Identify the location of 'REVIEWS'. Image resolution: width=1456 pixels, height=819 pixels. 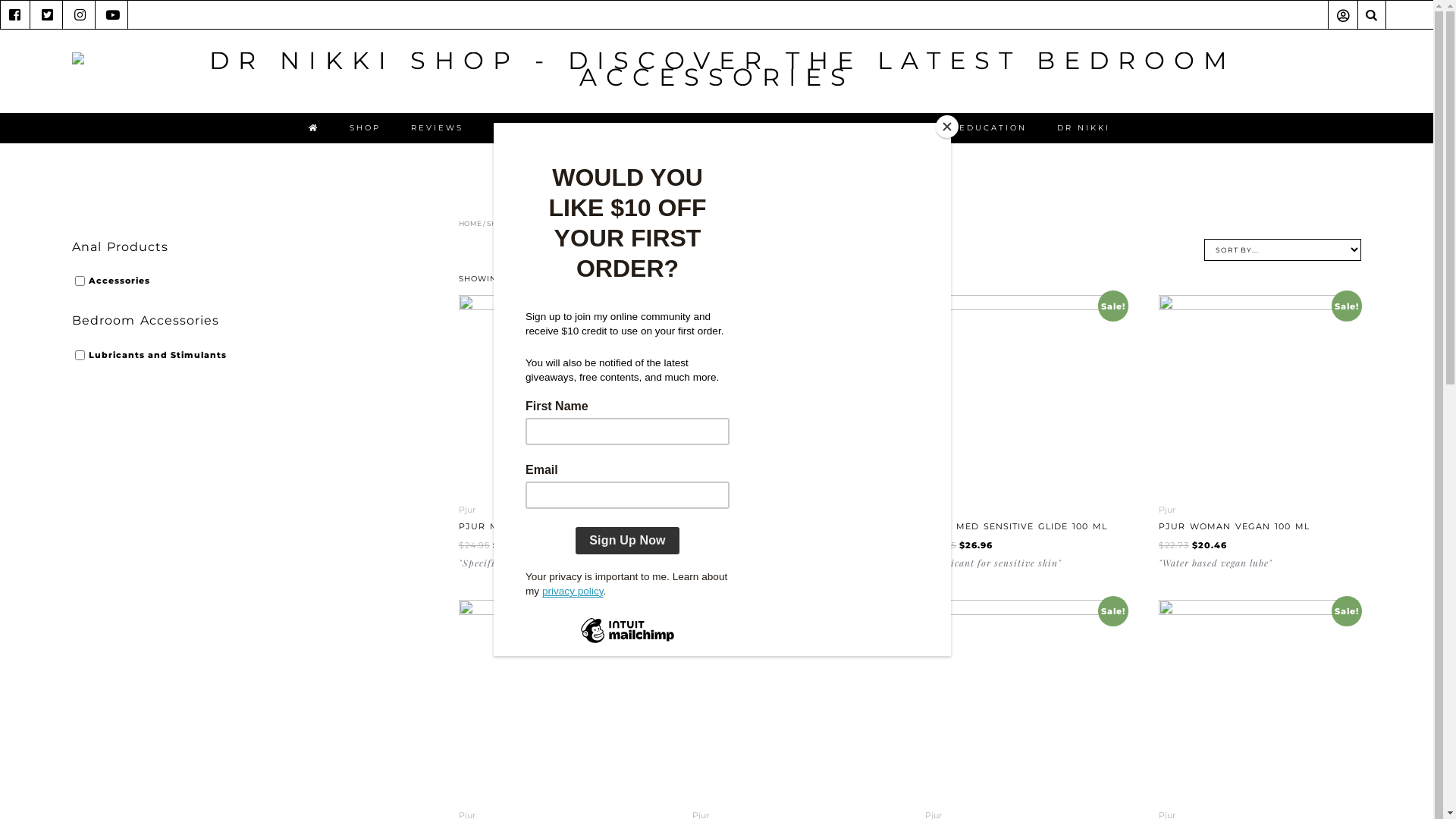
(403, 119).